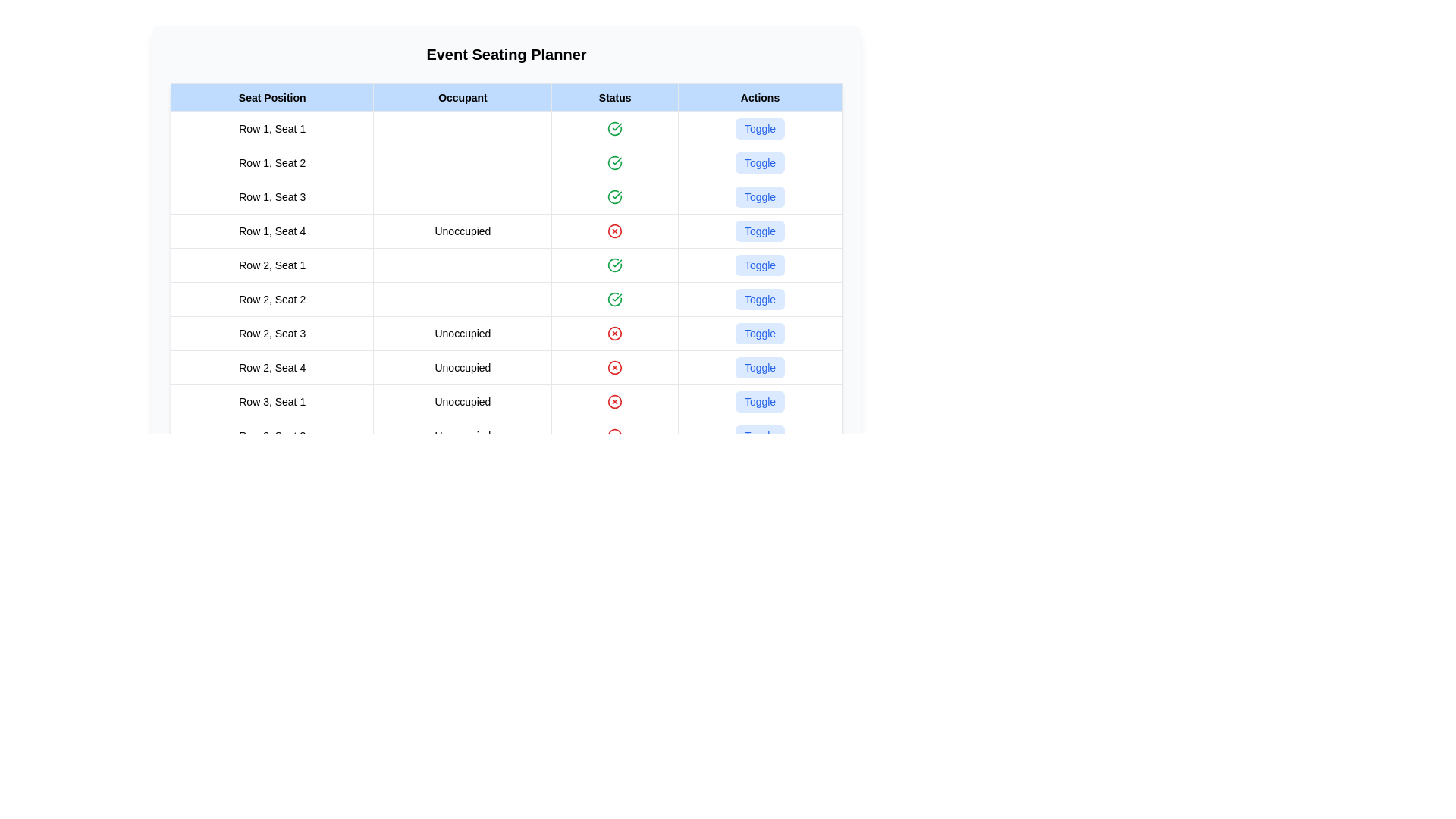  What do you see at coordinates (760, 265) in the screenshot?
I see `the toggle button in the 'Actions' column for 'Row 2, Seat 1' to change its state` at bounding box center [760, 265].